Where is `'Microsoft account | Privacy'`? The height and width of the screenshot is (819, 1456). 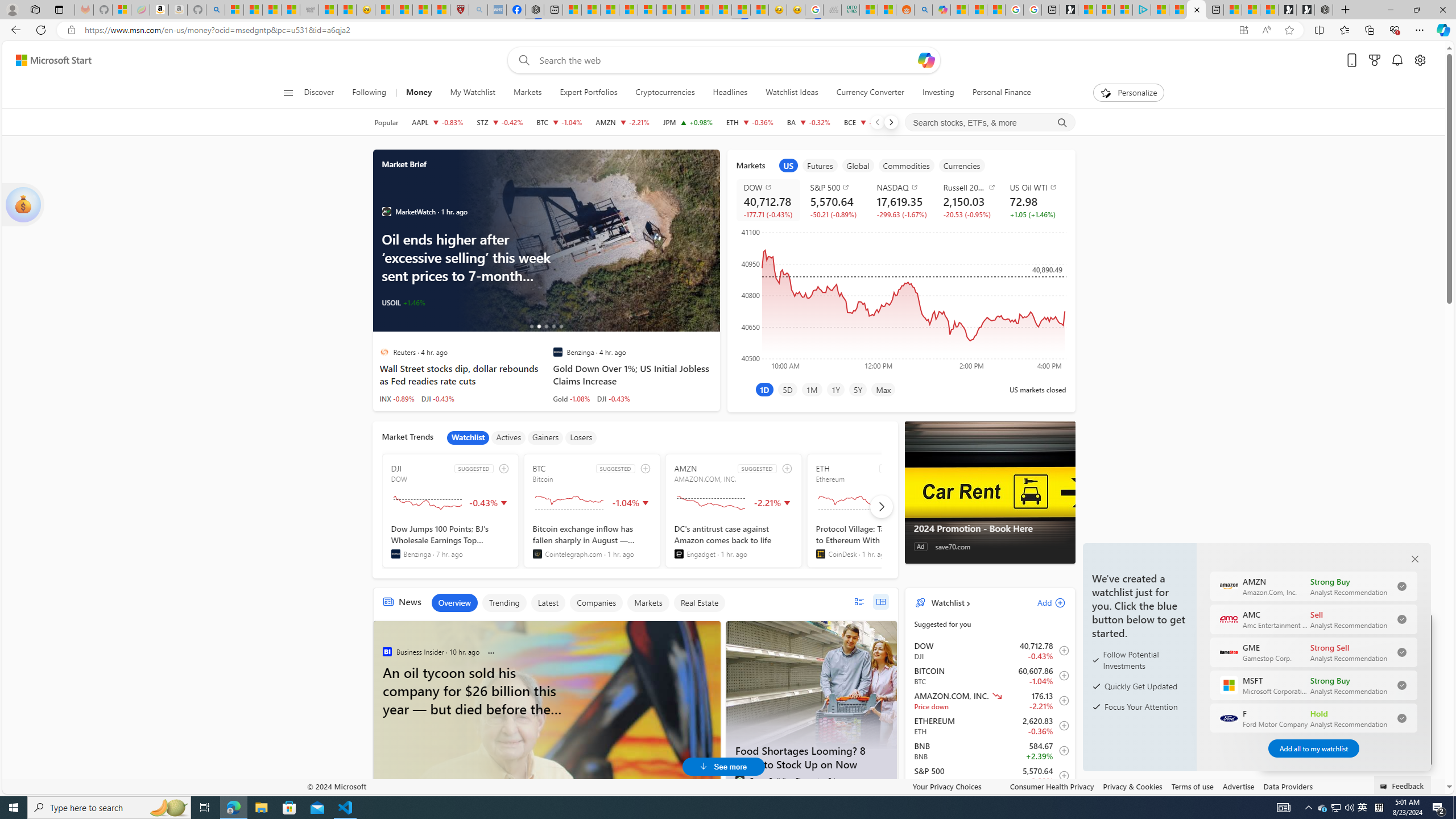 'Microsoft account | Privacy' is located at coordinates (1123, 9).